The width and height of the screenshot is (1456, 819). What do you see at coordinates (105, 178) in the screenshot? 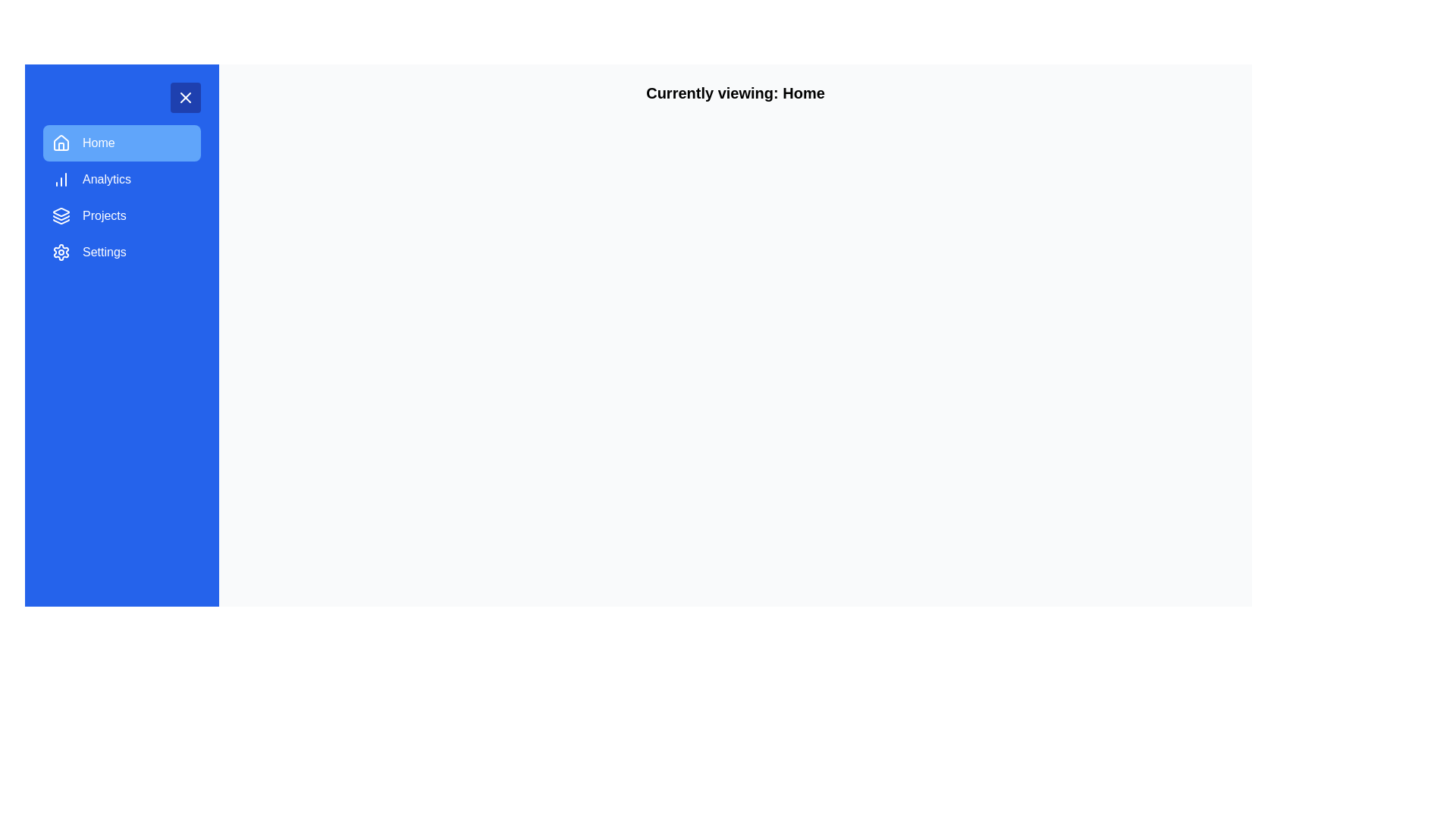
I see `text label that serves as the navigation menu item for analytics, located in the second row of the vertical navigation panel below the 'Home' menu item` at bounding box center [105, 178].